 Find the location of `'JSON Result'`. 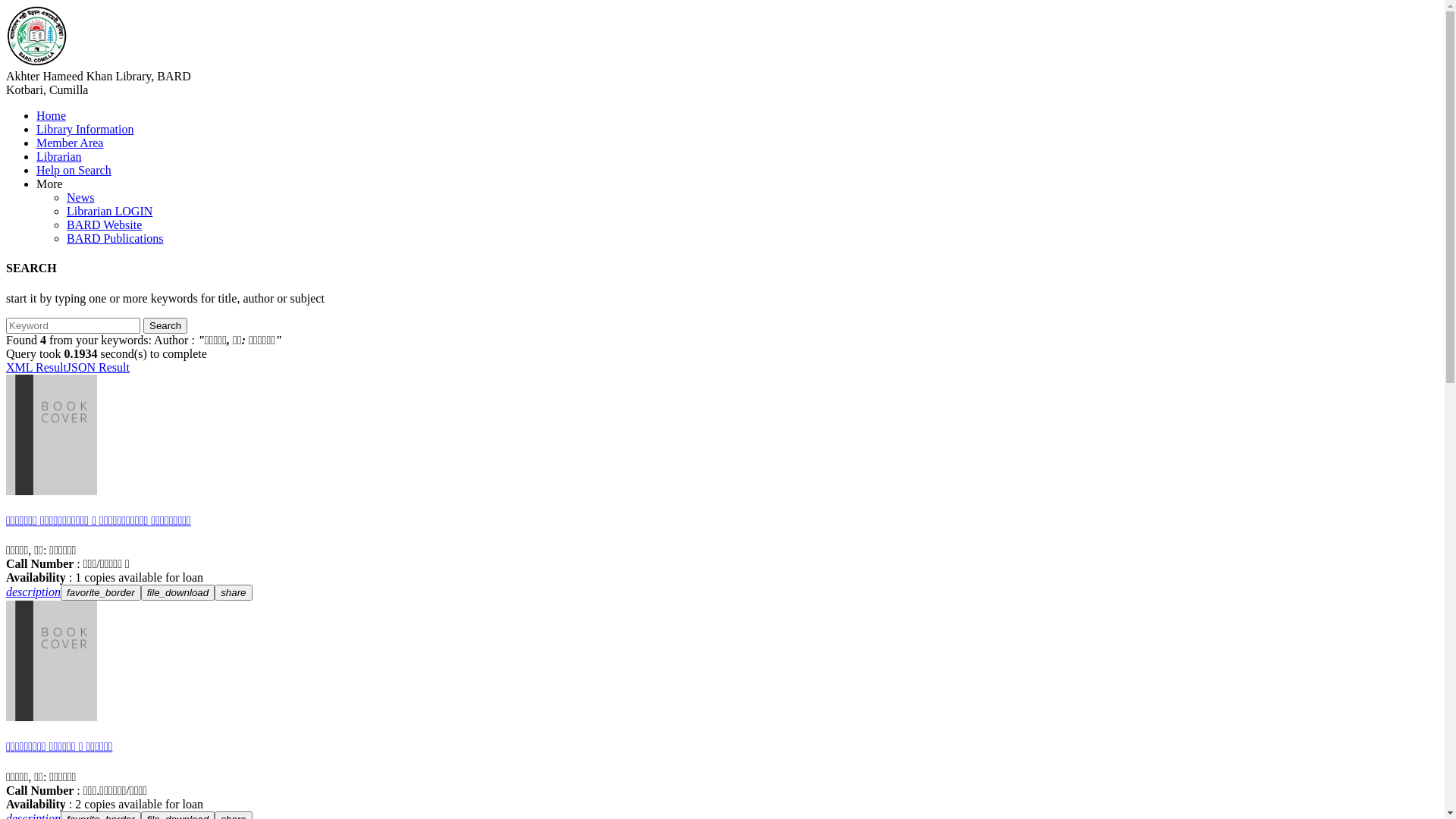

'JSON Result' is located at coordinates (97, 367).